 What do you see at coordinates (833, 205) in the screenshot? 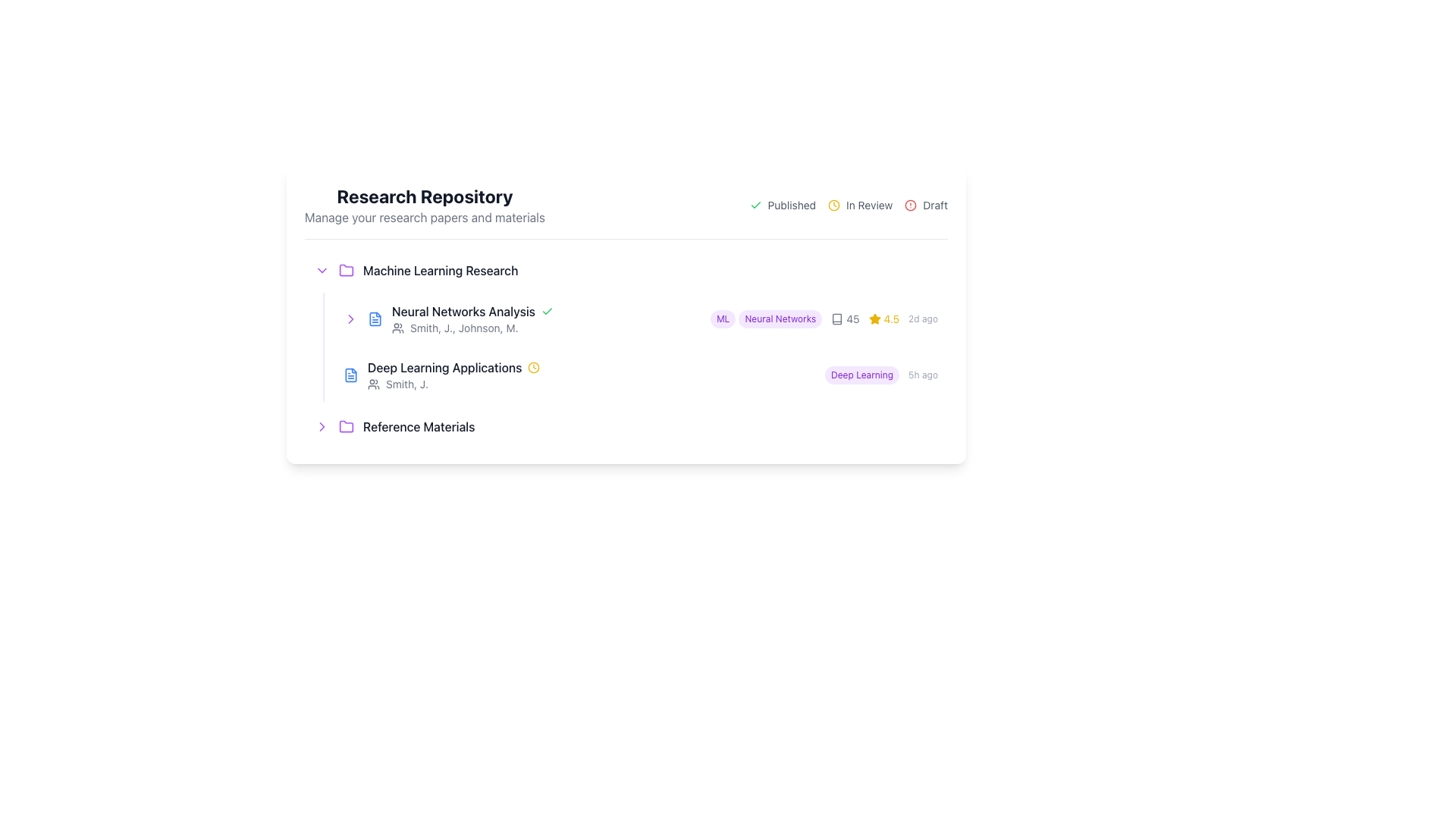
I see `the 'In Review' status icon, which is a clock symbol located in the top-right corner of the interface, near the text 'In Review'` at bounding box center [833, 205].